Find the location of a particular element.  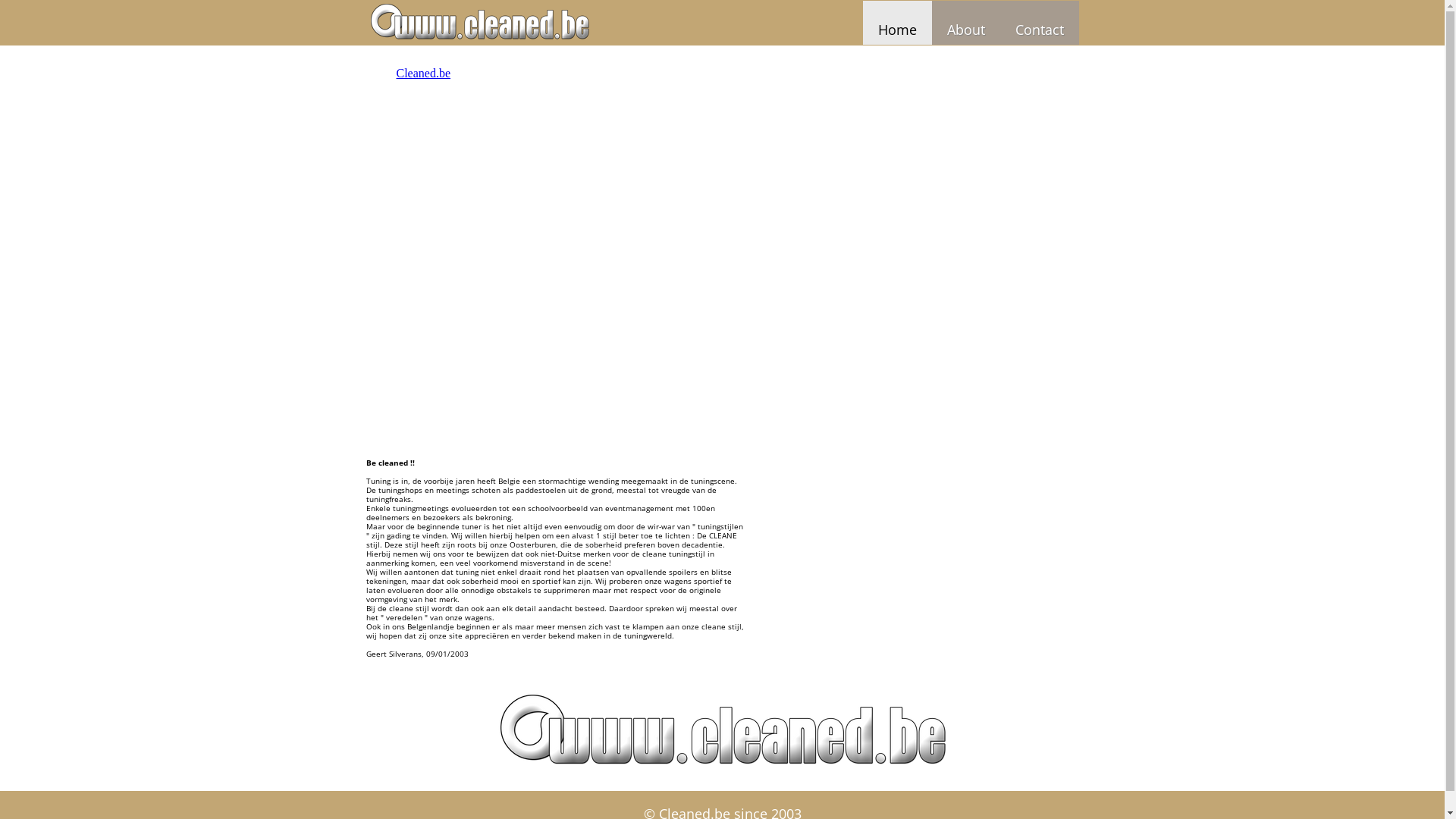

'About' is located at coordinates (964, 23).